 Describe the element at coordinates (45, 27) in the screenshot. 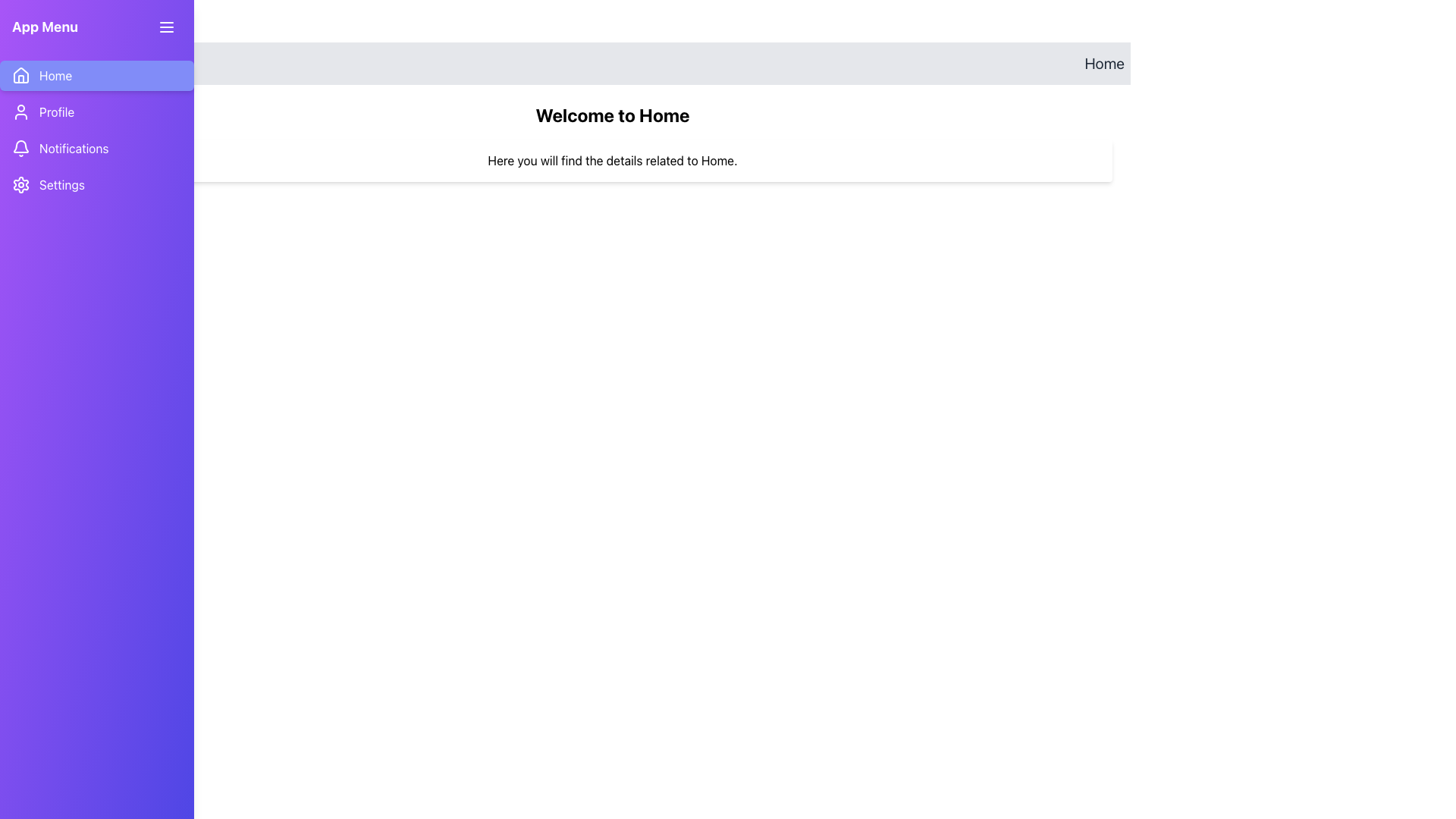

I see `the 'App Menu' text element, which is styled in white on a purple background and located in the top-left corner of the interface` at that location.